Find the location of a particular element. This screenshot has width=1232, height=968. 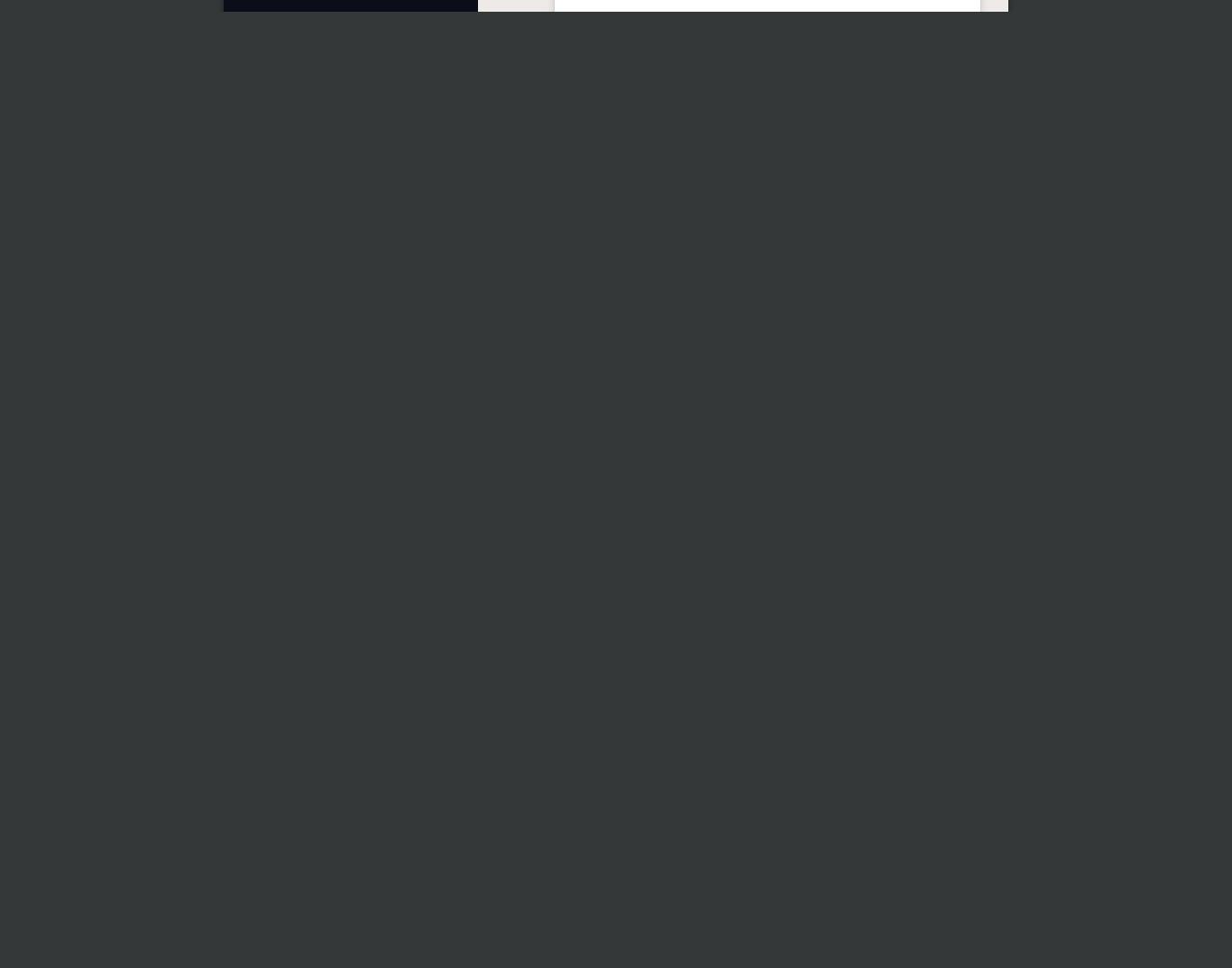

'Leave a comment' is located at coordinates (592, 601).